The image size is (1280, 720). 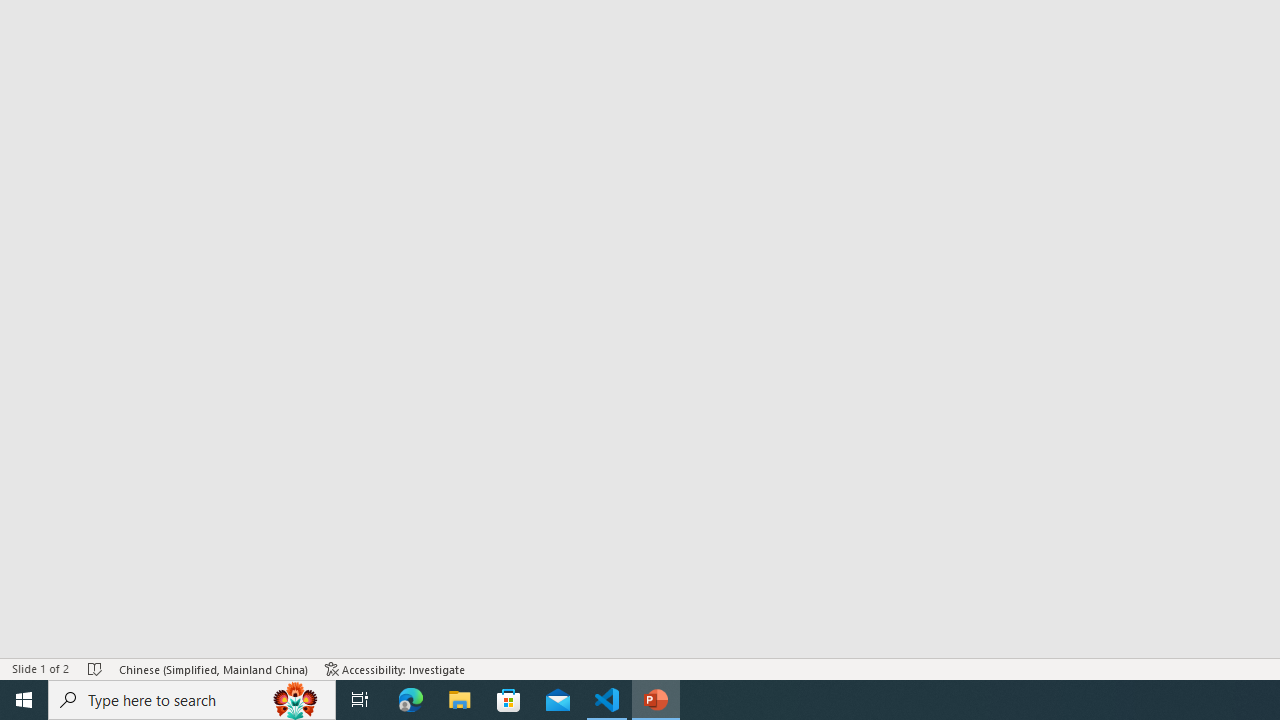 What do you see at coordinates (395, 669) in the screenshot?
I see `'Accessibility Checker Accessibility: Investigate'` at bounding box center [395, 669].